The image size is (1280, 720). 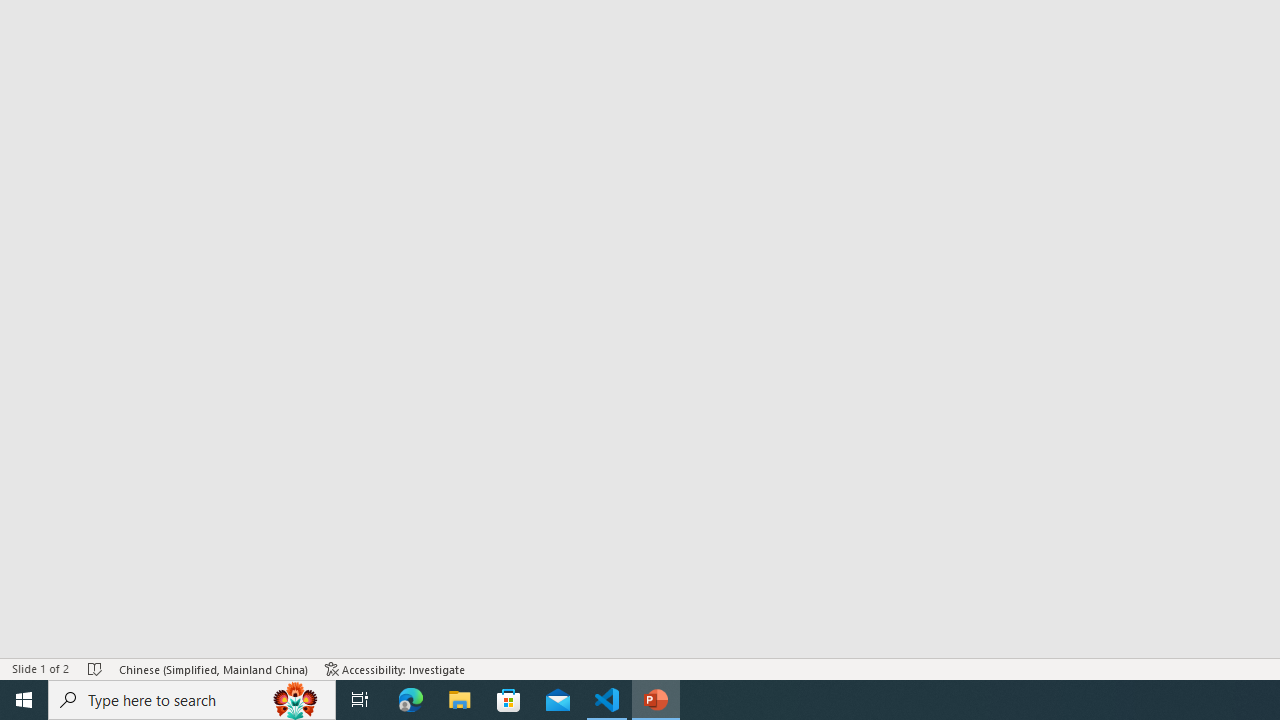 What do you see at coordinates (395, 669) in the screenshot?
I see `'Accessibility Checker Accessibility: Investigate'` at bounding box center [395, 669].